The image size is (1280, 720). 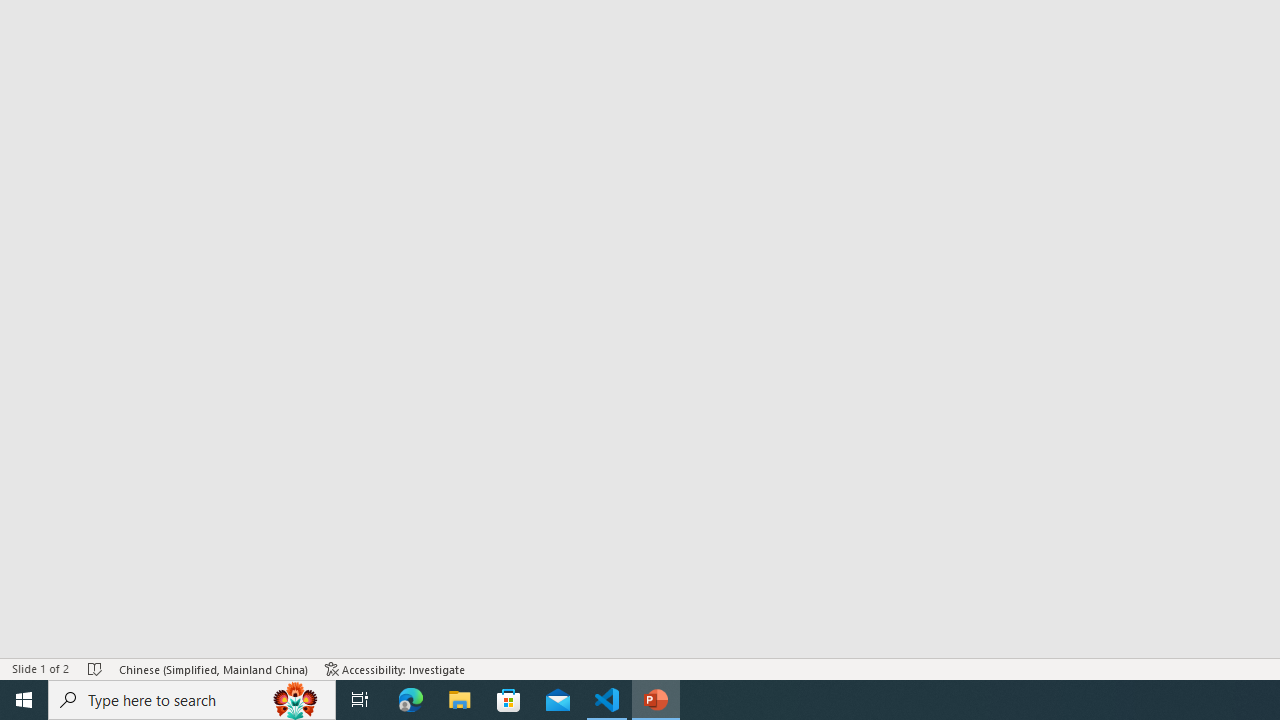 What do you see at coordinates (395, 669) in the screenshot?
I see `'Accessibility Checker Accessibility: Investigate'` at bounding box center [395, 669].